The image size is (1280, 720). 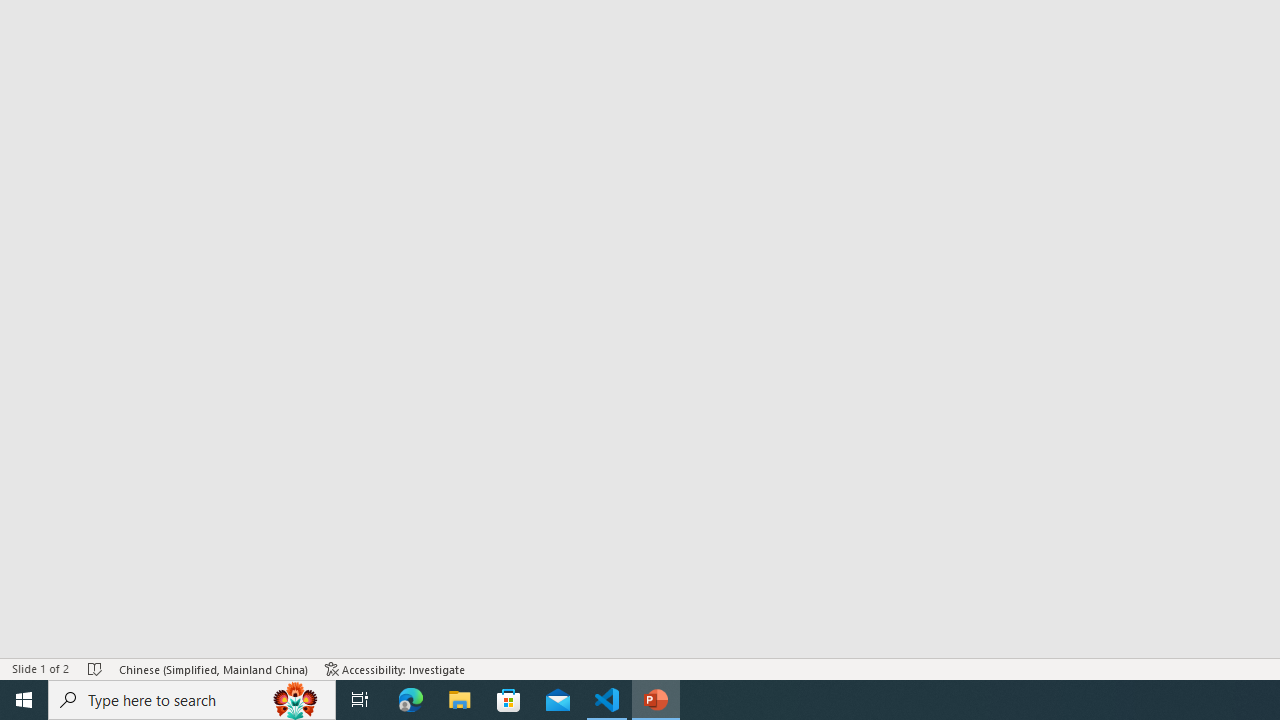 What do you see at coordinates (395, 669) in the screenshot?
I see `'Accessibility Checker Accessibility: Investigate'` at bounding box center [395, 669].